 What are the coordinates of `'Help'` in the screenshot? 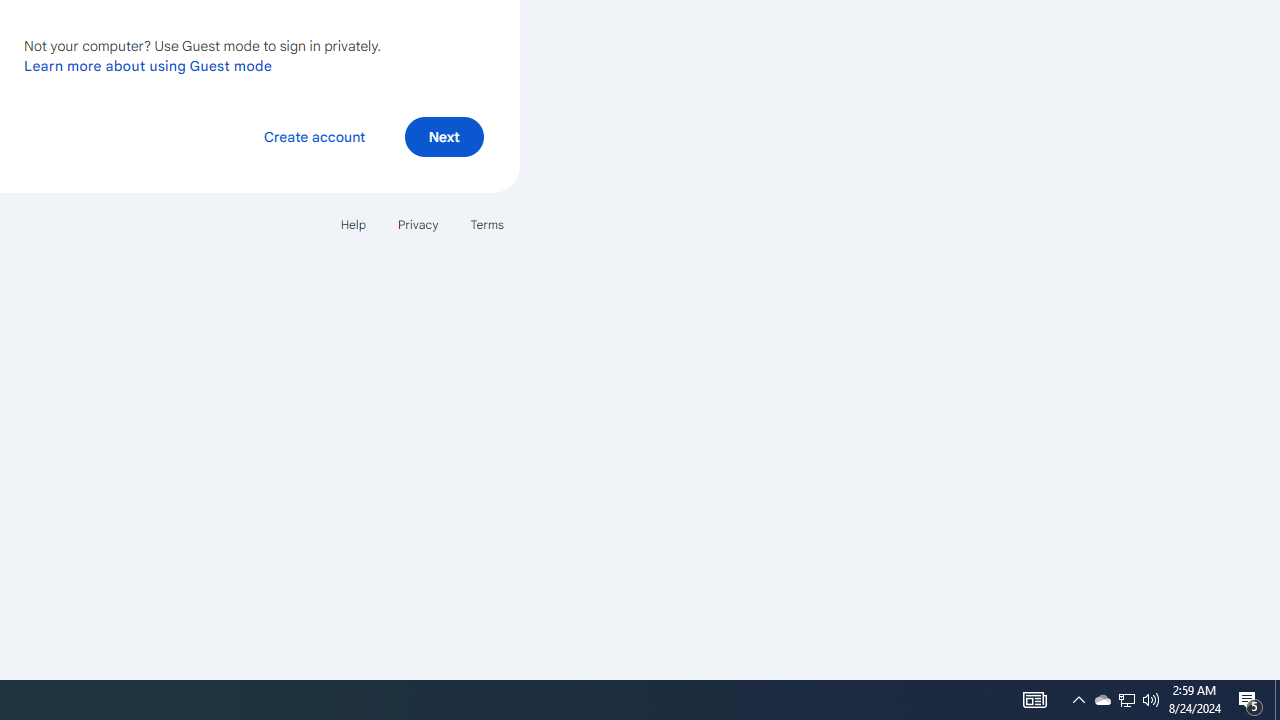 It's located at (352, 224).